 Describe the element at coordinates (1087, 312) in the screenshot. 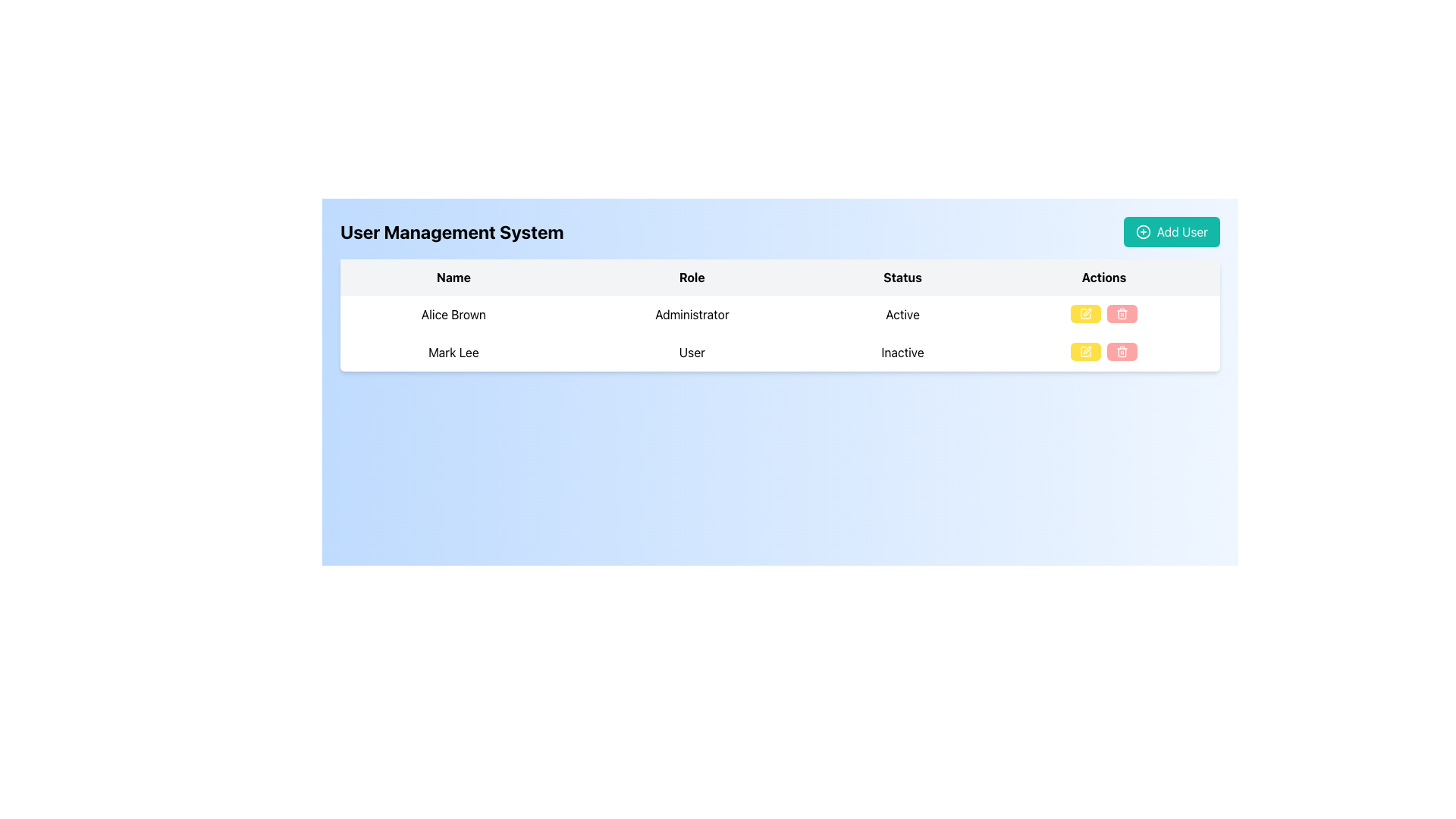

I see `the pen icon in the 'Actions' column next to the 'Inactive' status entry` at that location.